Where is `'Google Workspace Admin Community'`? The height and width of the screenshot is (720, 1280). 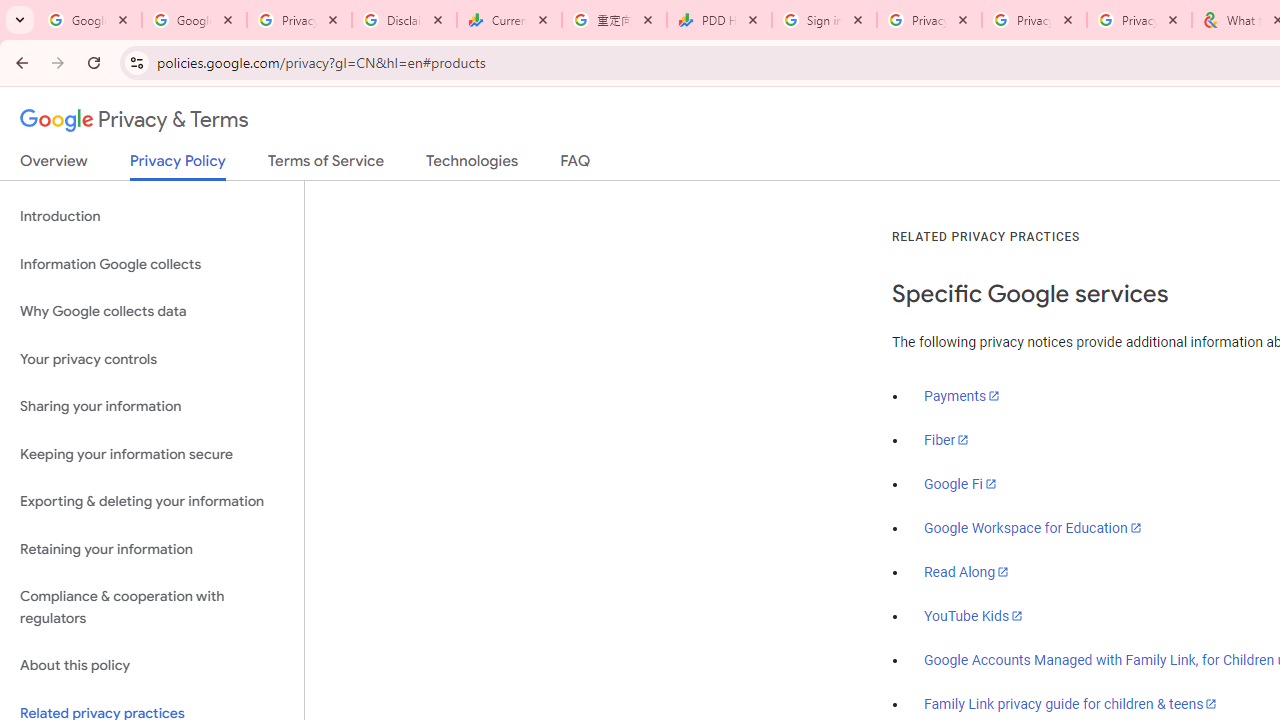 'Google Workspace Admin Community' is located at coordinates (88, 20).